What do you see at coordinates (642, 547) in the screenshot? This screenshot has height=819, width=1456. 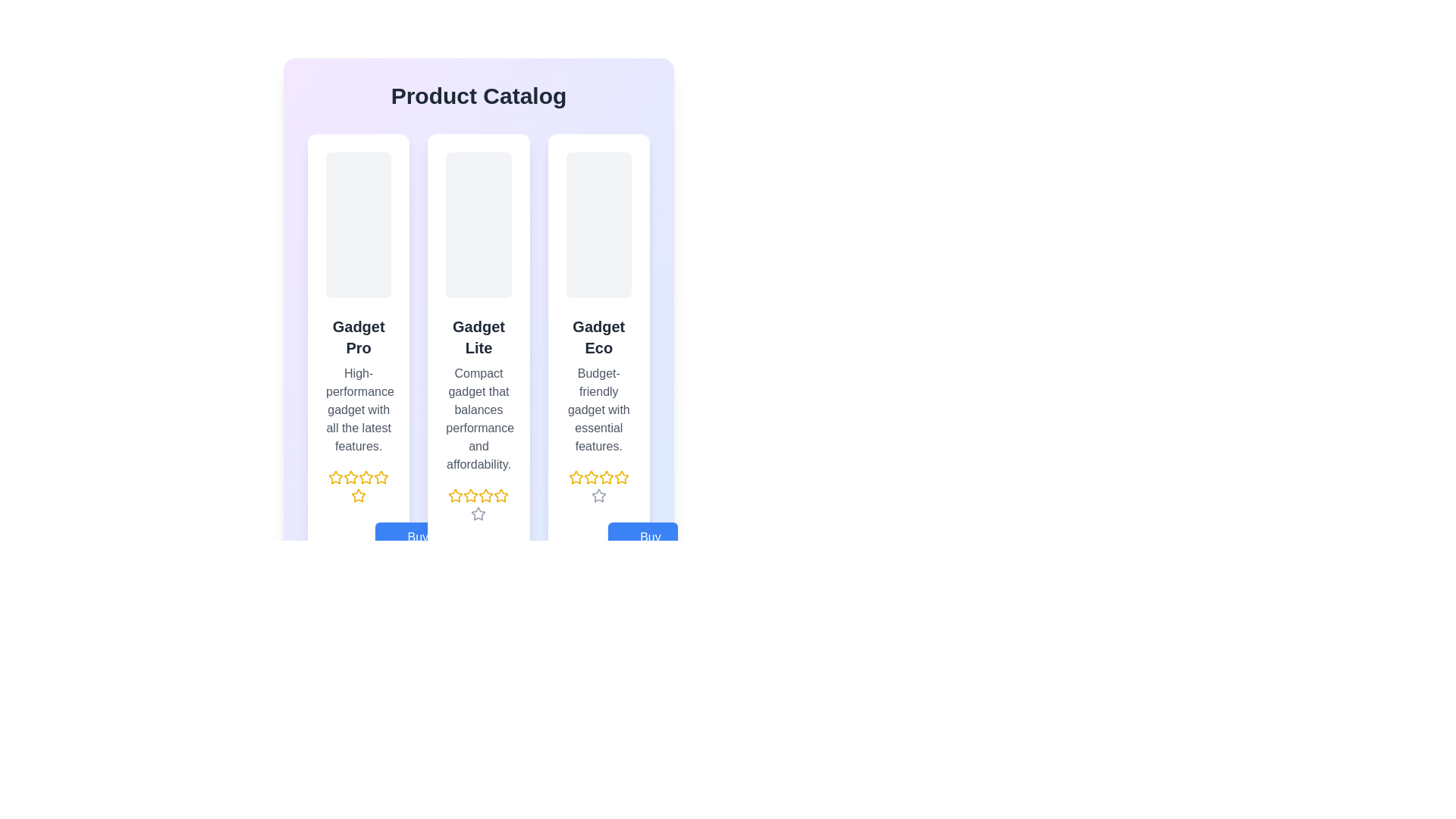 I see `the purchase button for the 'Gadget Eco' product, located in the lower section of its card` at bounding box center [642, 547].